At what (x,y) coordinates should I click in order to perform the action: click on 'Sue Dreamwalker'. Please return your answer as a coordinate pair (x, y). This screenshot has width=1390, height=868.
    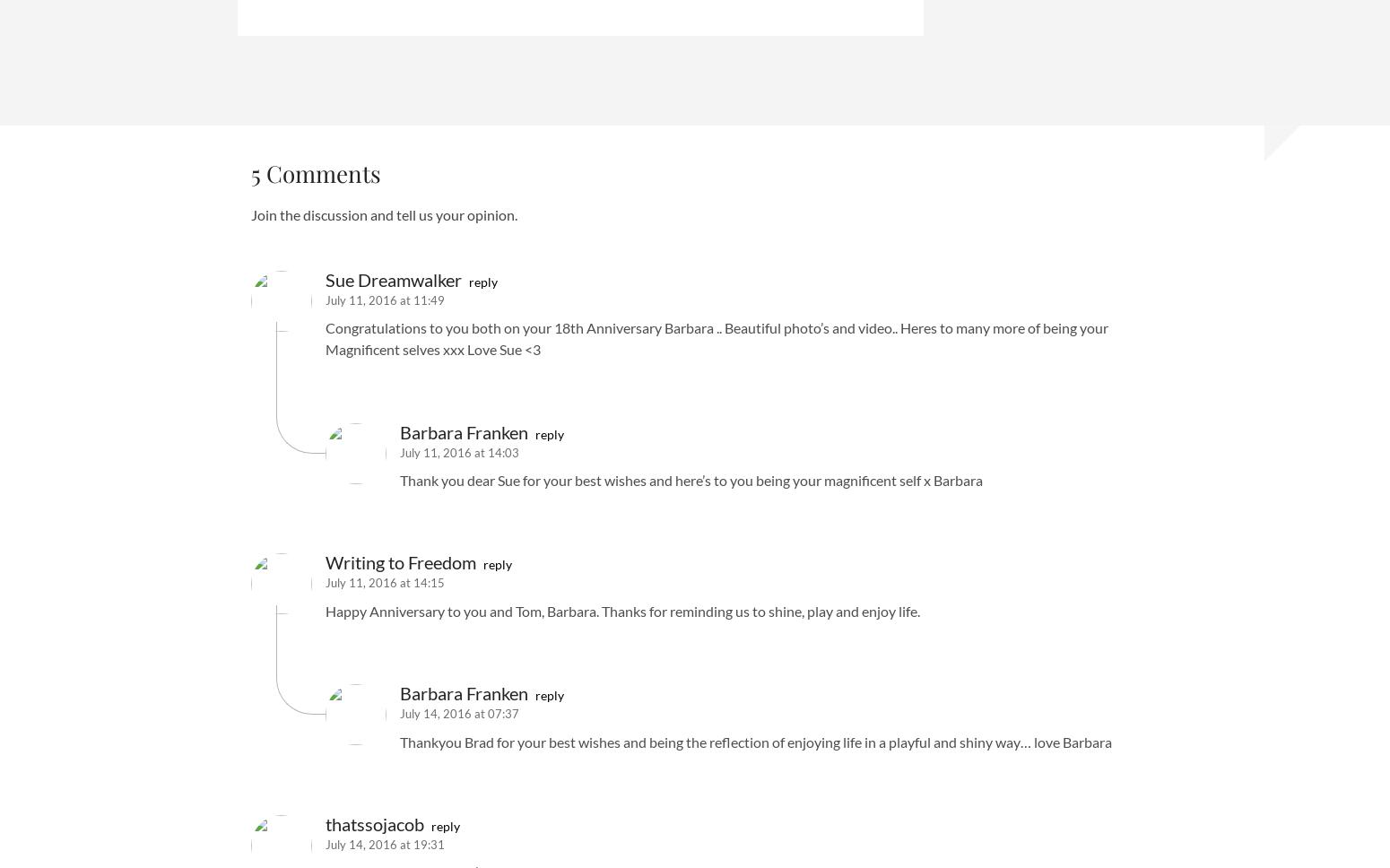
    Looking at the image, I should click on (325, 278).